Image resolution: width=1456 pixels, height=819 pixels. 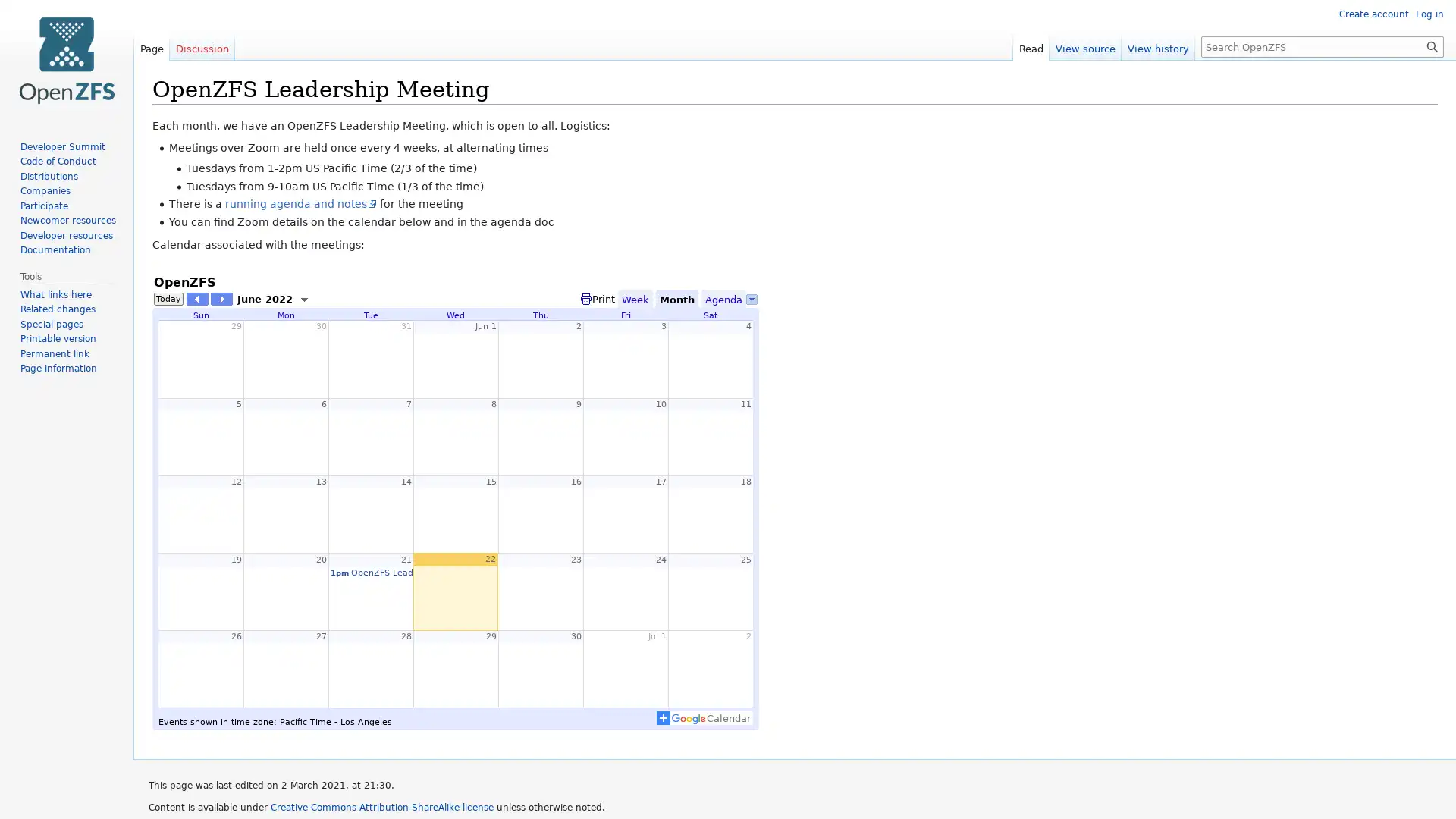 What do you see at coordinates (1432, 45) in the screenshot?
I see `Go` at bounding box center [1432, 45].